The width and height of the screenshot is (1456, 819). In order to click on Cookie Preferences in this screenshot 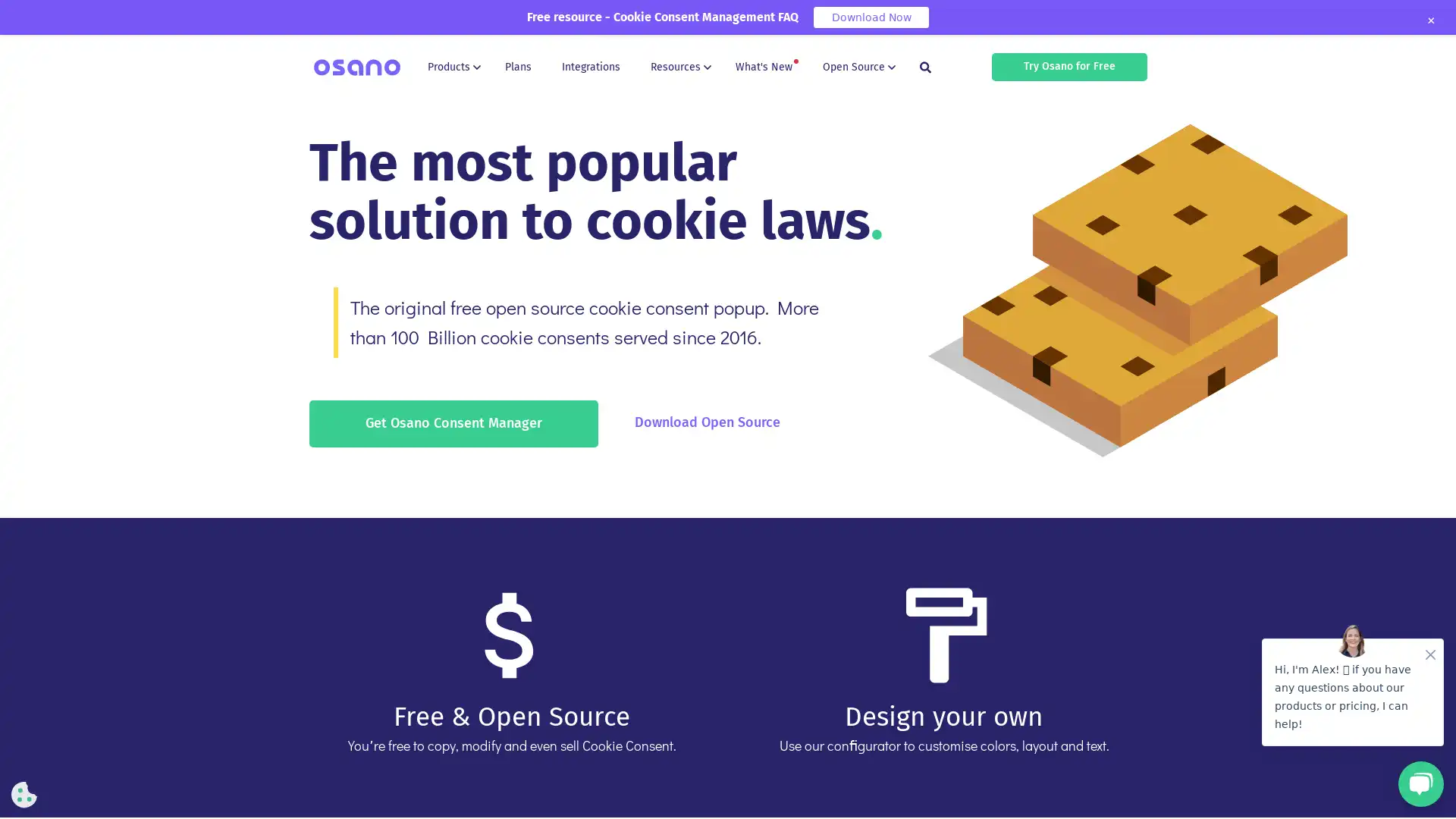, I will do `click(24, 794)`.